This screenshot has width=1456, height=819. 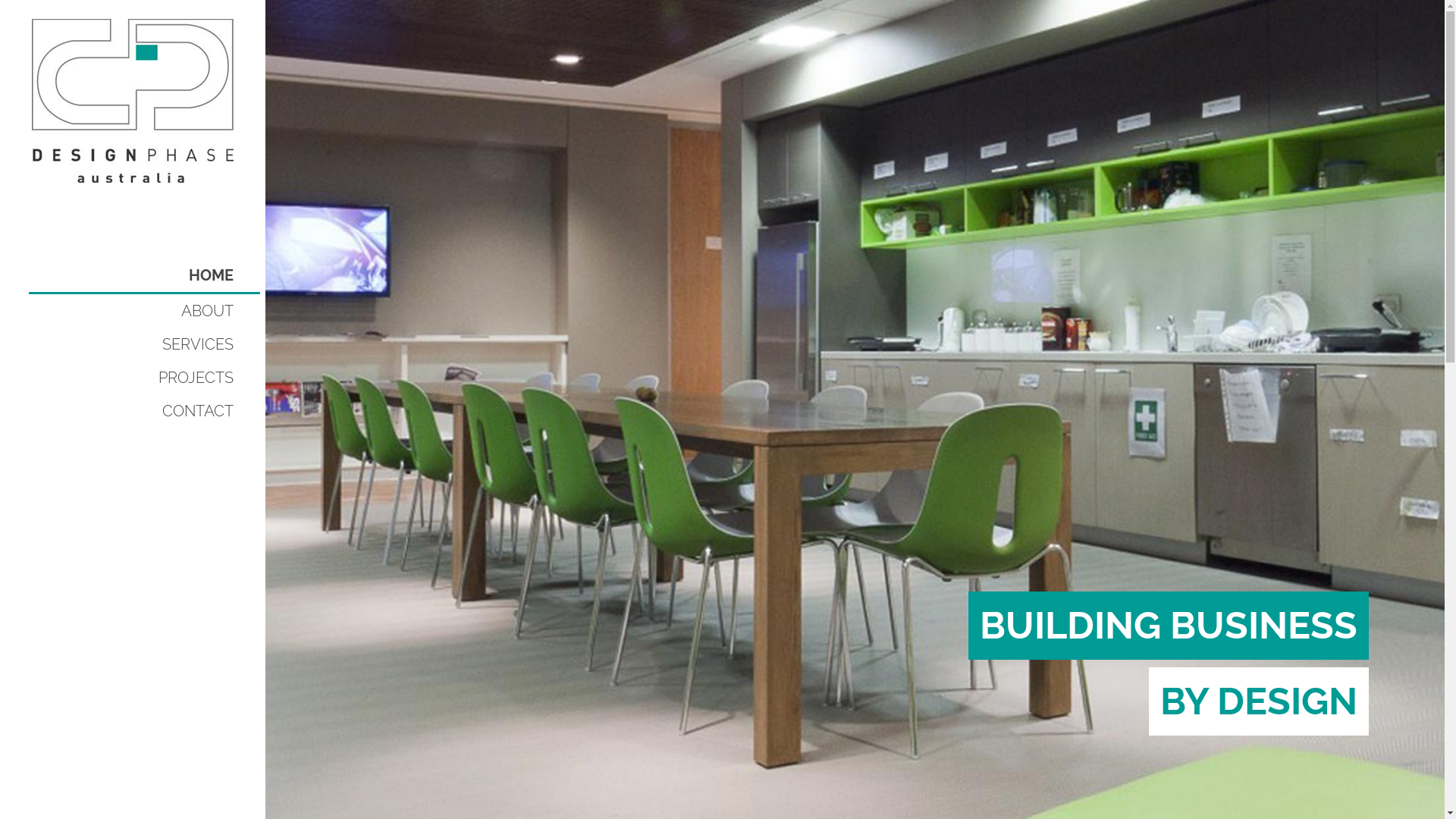 I want to click on 'ABOUT', so click(x=144, y=309).